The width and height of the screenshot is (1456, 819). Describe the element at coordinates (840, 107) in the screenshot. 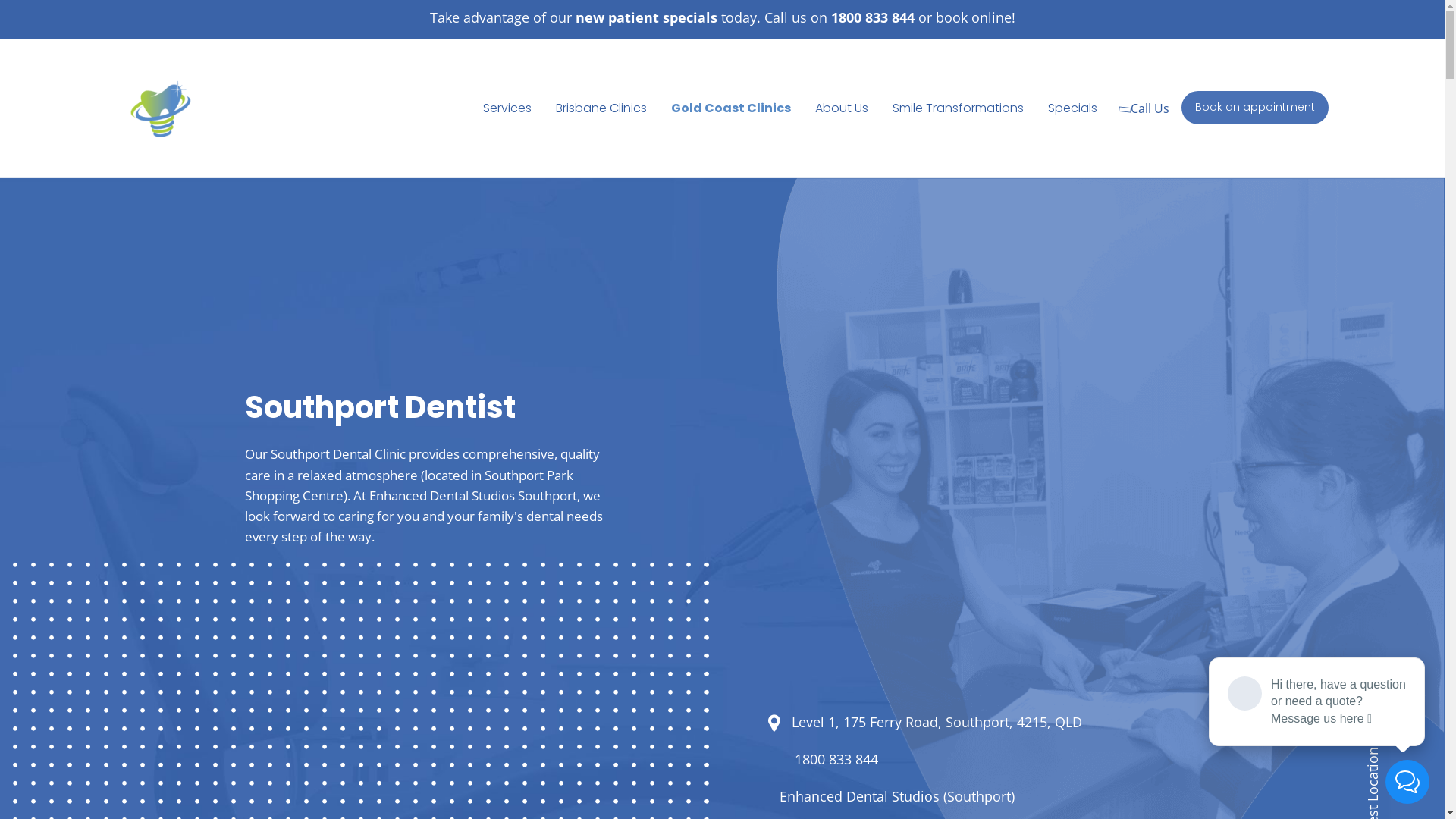

I see `'About Us'` at that location.